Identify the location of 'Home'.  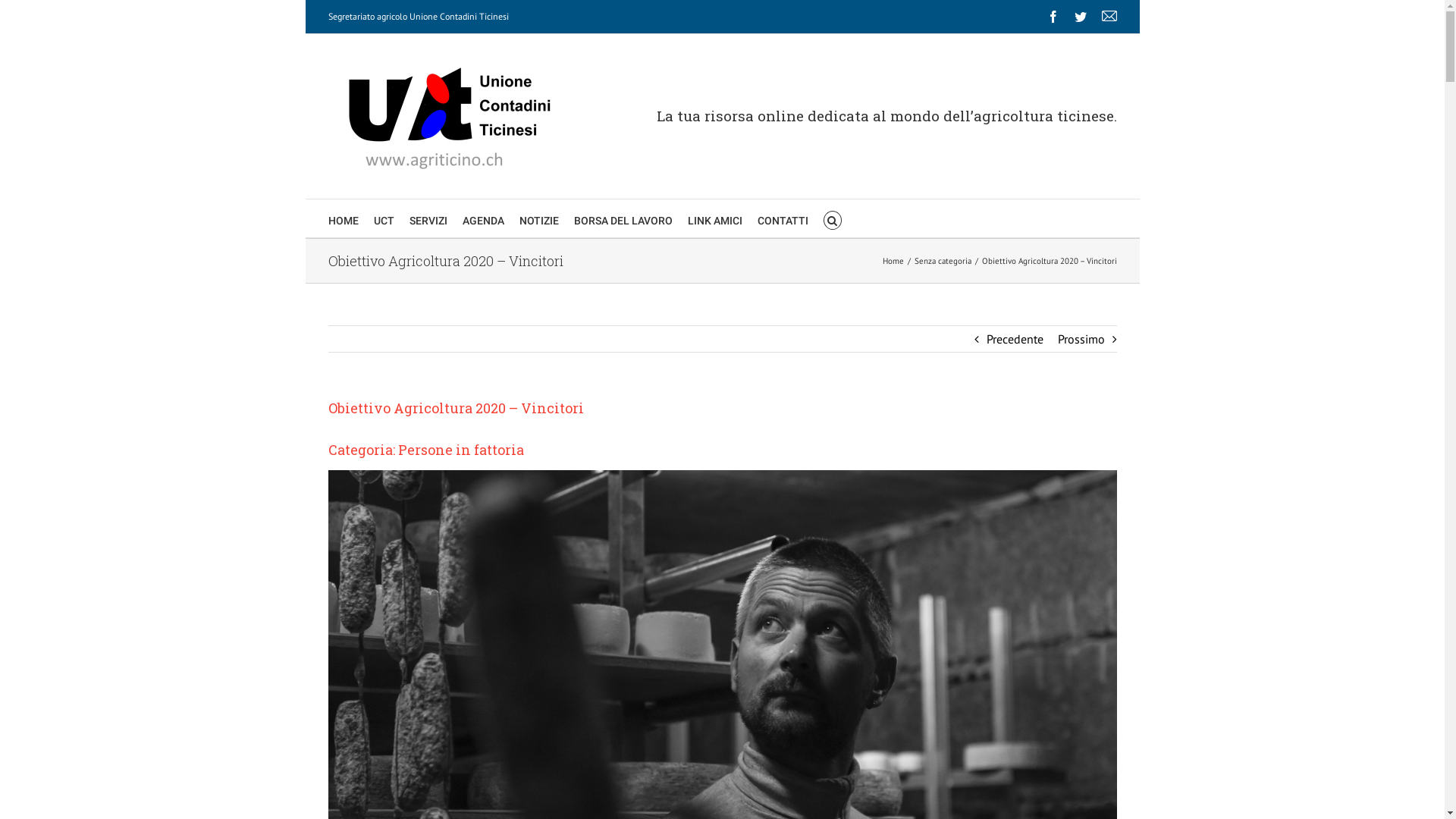
(893, 259).